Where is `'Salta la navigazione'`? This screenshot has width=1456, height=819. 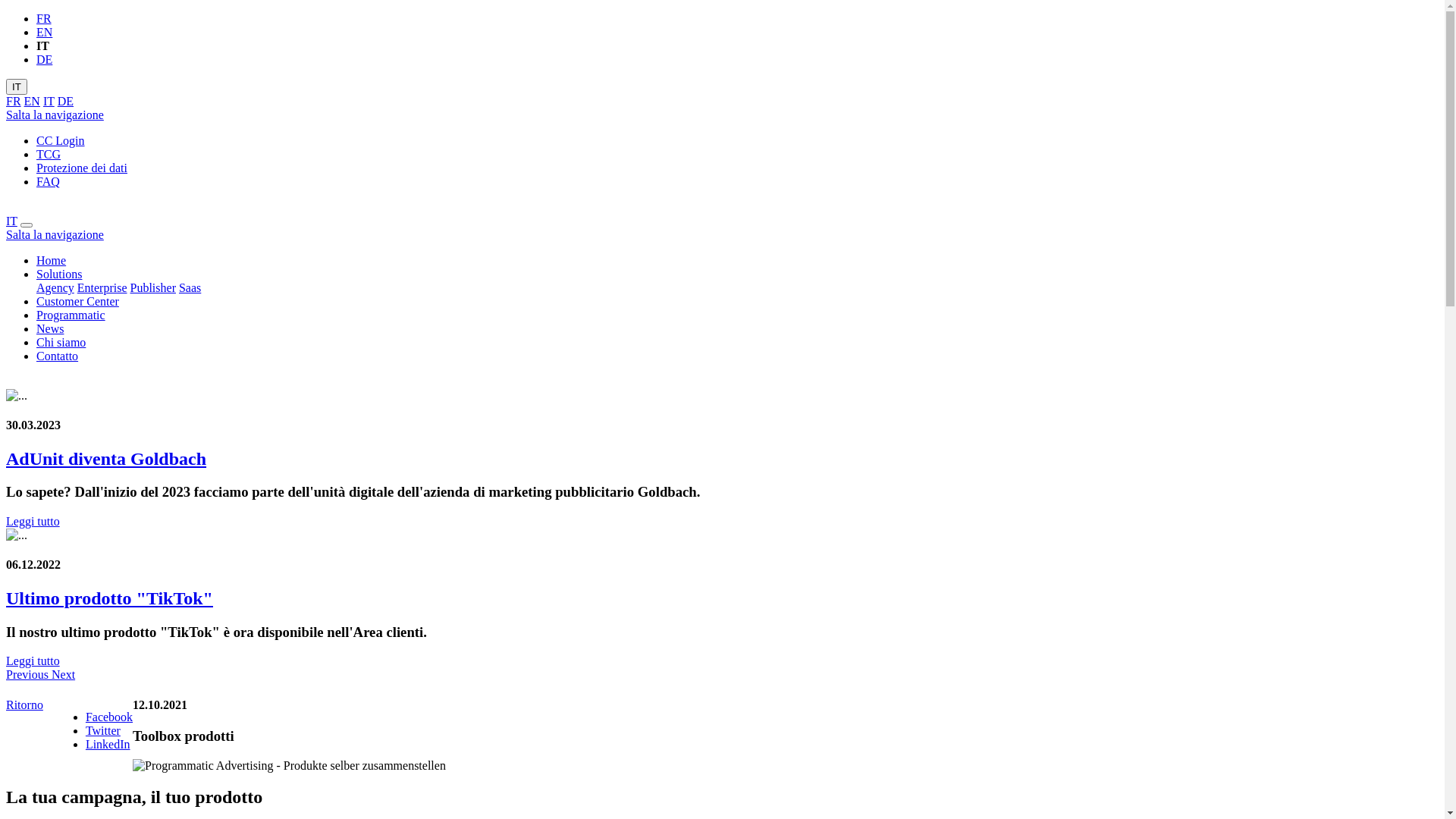 'Salta la navigazione' is located at coordinates (55, 114).